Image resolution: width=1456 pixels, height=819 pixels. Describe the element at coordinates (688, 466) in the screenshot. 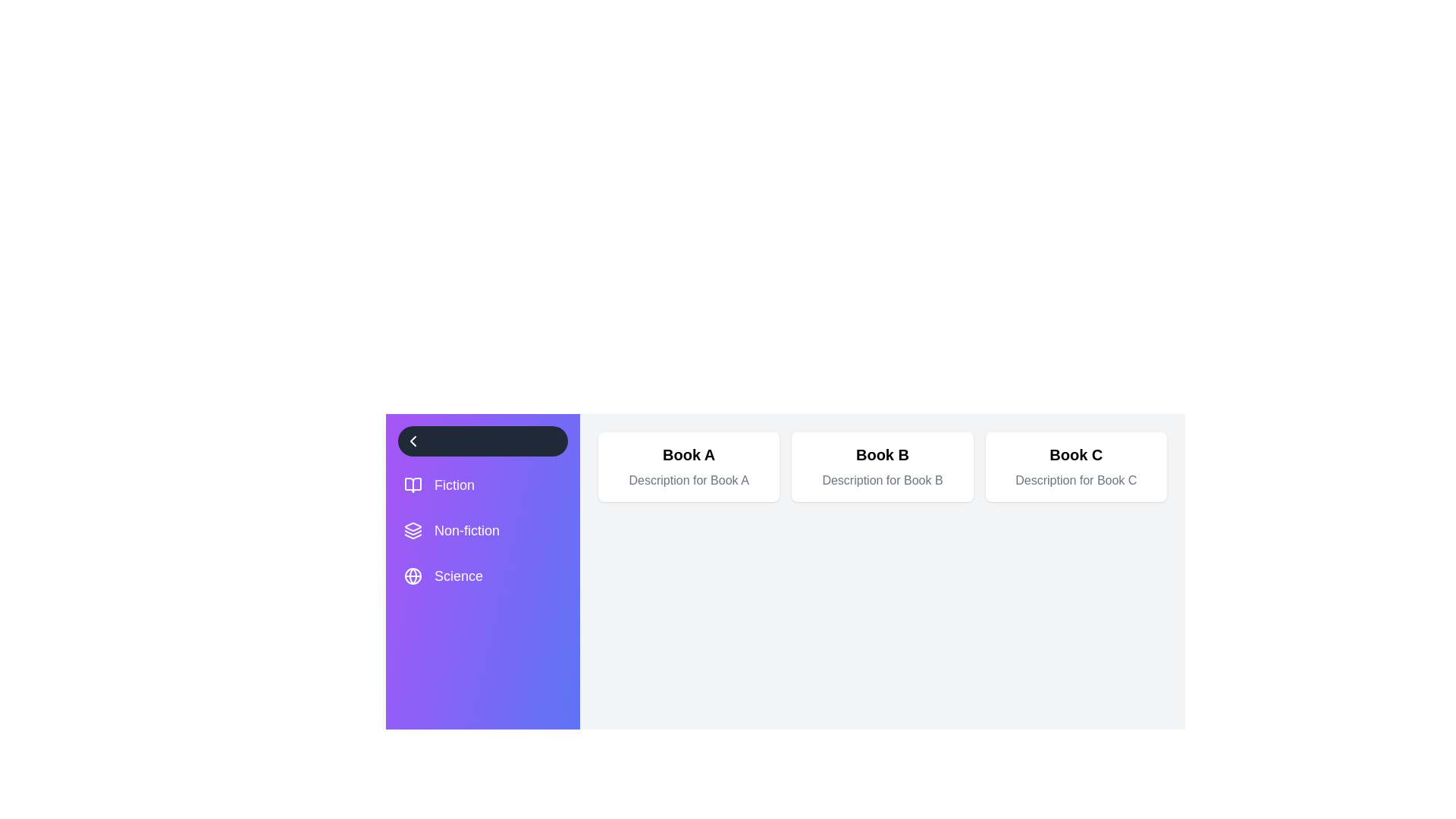

I see `the book card for Book A` at that location.